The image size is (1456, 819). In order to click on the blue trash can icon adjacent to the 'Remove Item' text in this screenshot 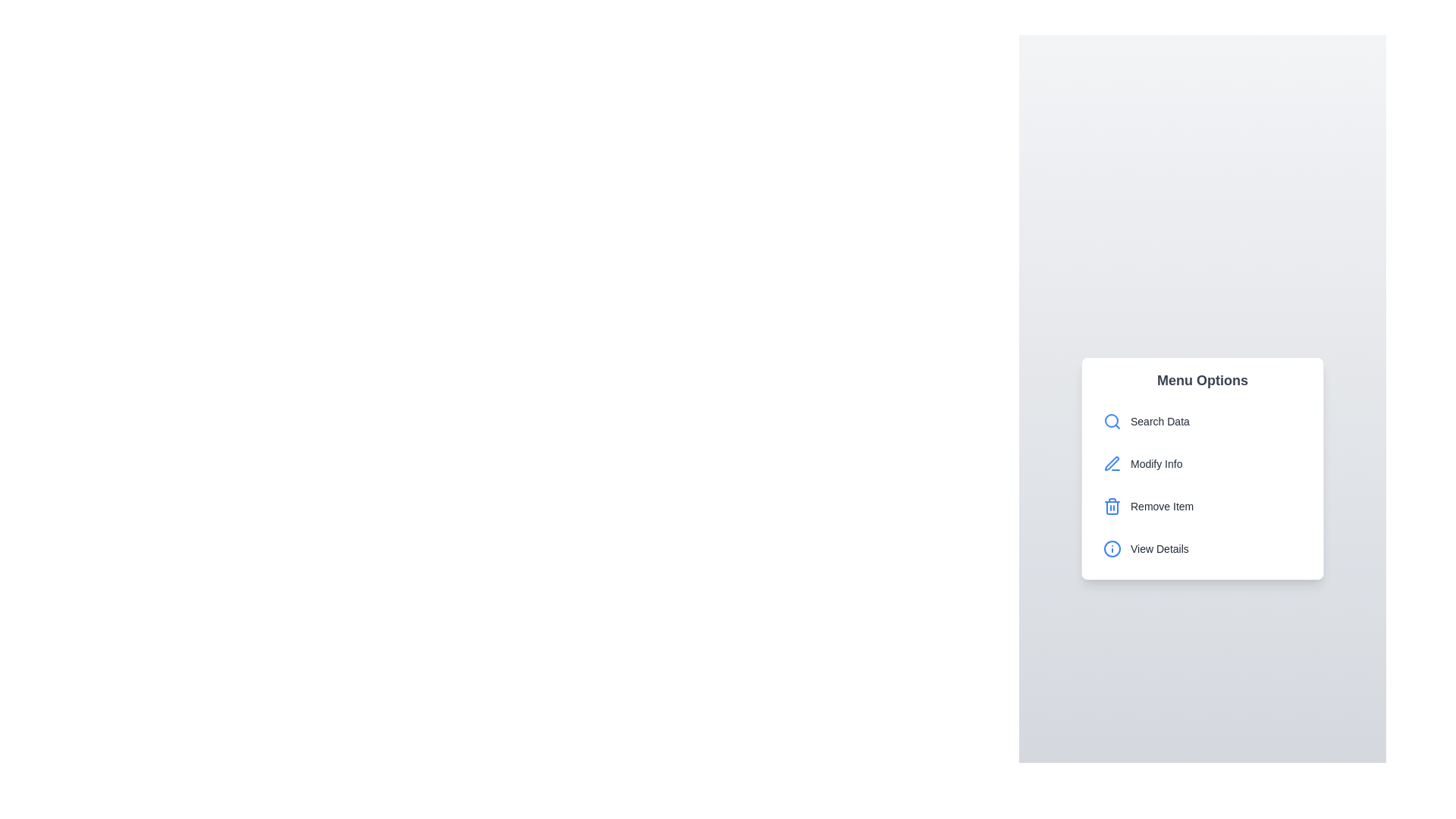, I will do `click(1112, 506)`.